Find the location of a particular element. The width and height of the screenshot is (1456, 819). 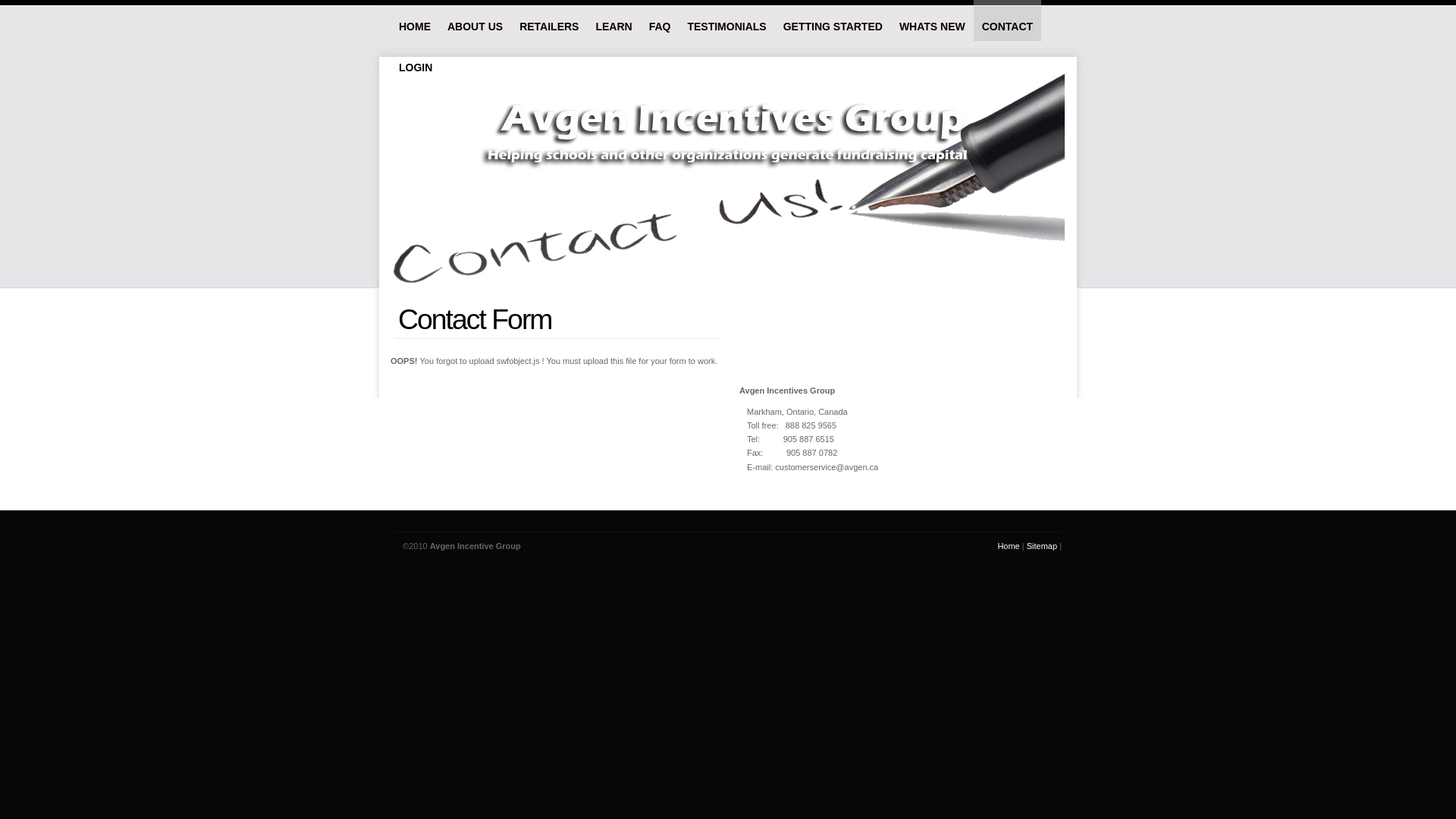

'GETTING STARTED' is located at coordinates (832, 20).